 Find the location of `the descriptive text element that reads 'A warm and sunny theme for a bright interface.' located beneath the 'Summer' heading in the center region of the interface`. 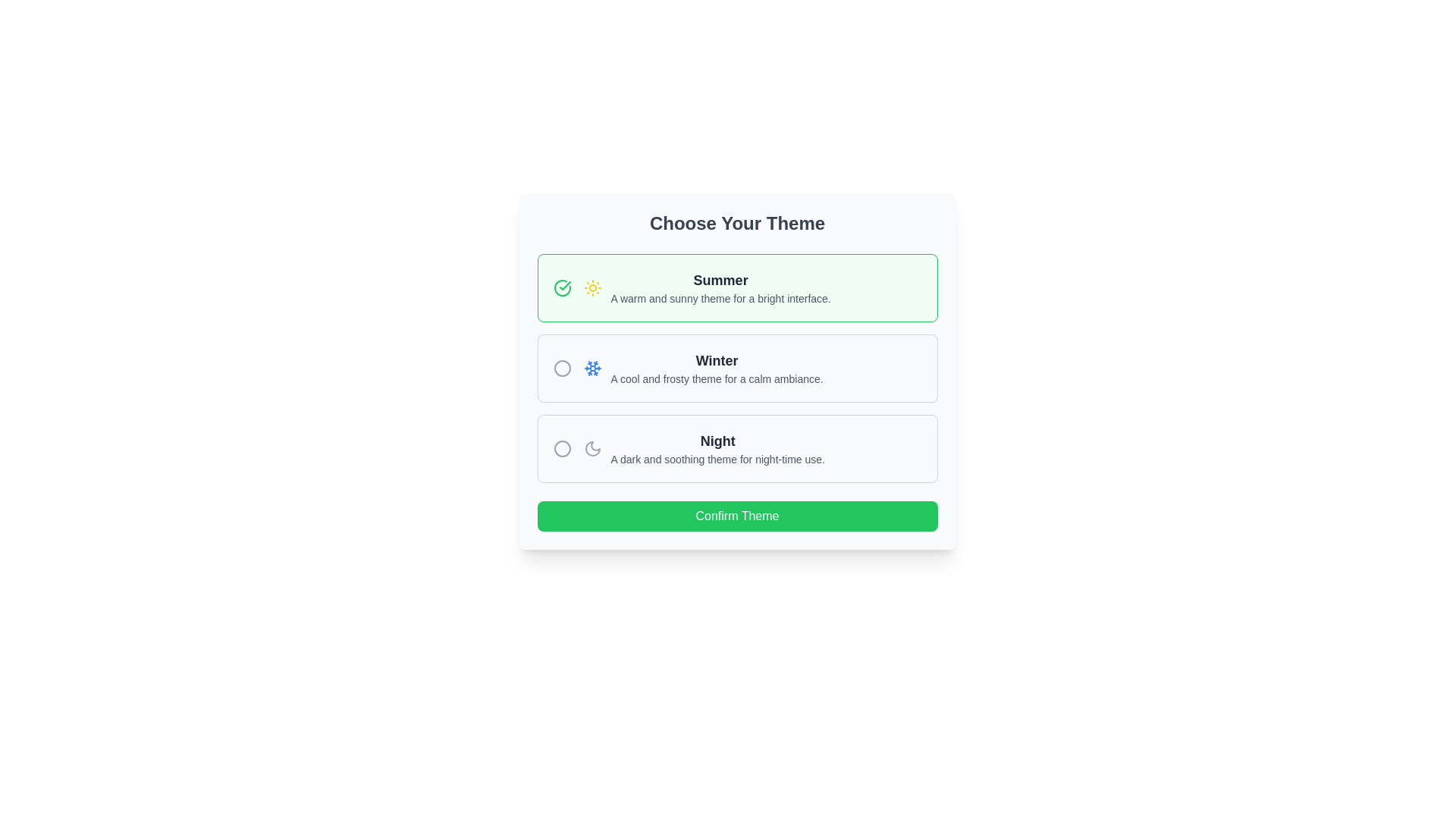

the descriptive text element that reads 'A warm and sunny theme for a bright interface.' located beneath the 'Summer' heading in the center region of the interface is located at coordinates (720, 298).